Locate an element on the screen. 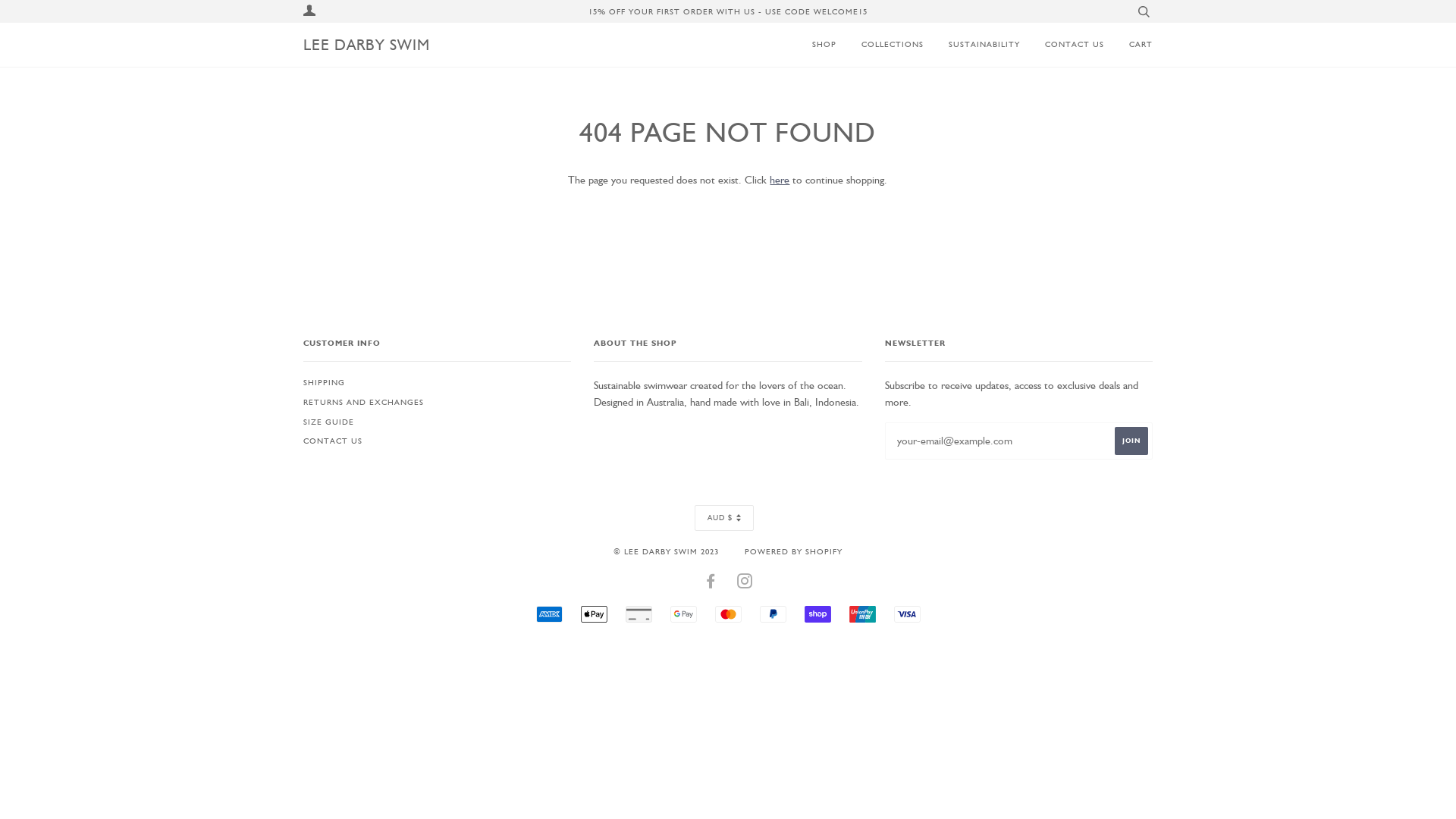 The height and width of the screenshot is (819, 1456). 'CART' is located at coordinates (1129, 43).